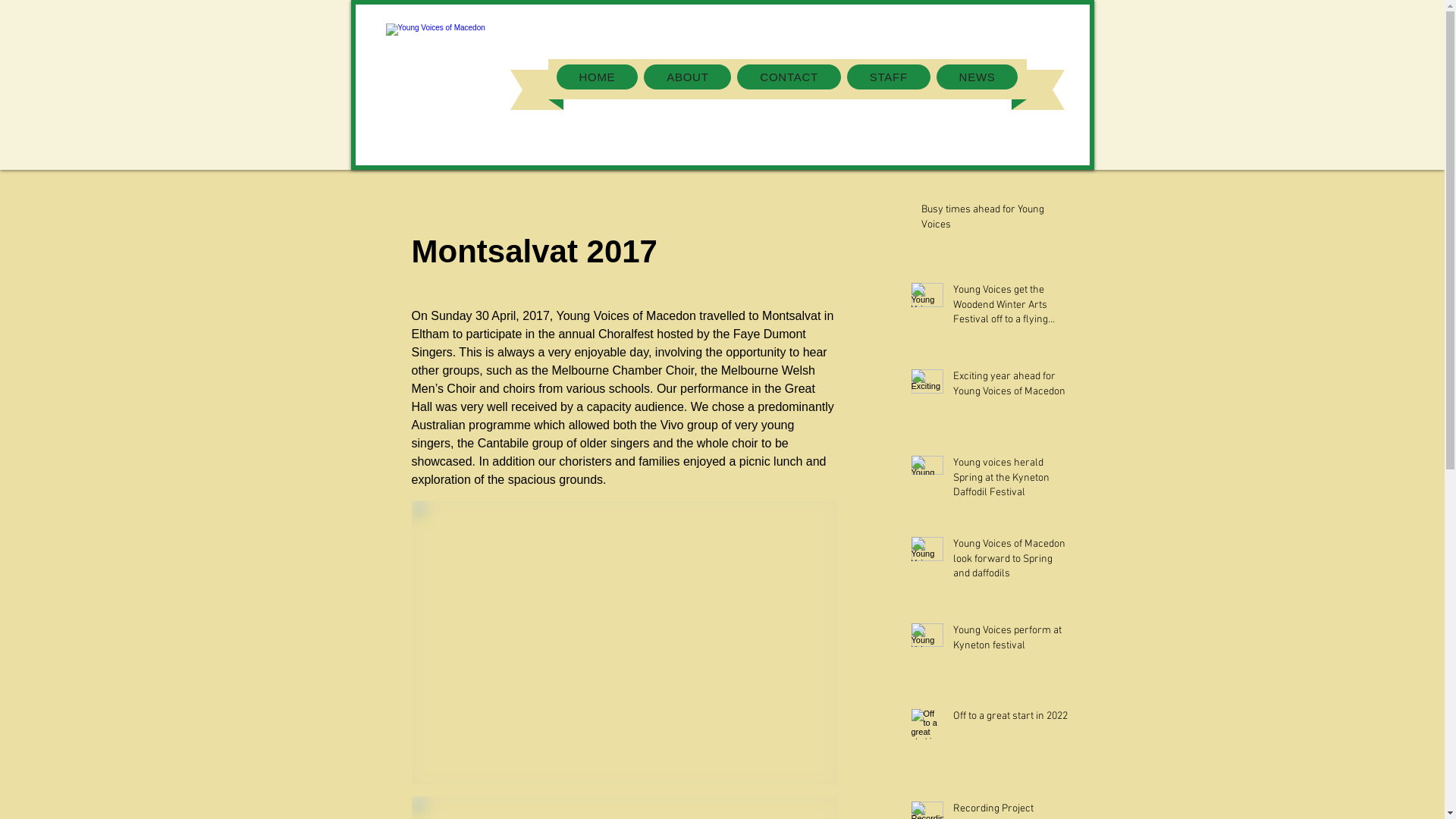 Image resolution: width=1456 pixels, height=819 pixels. I want to click on 'Off to a great start in 2022', so click(1010, 718).